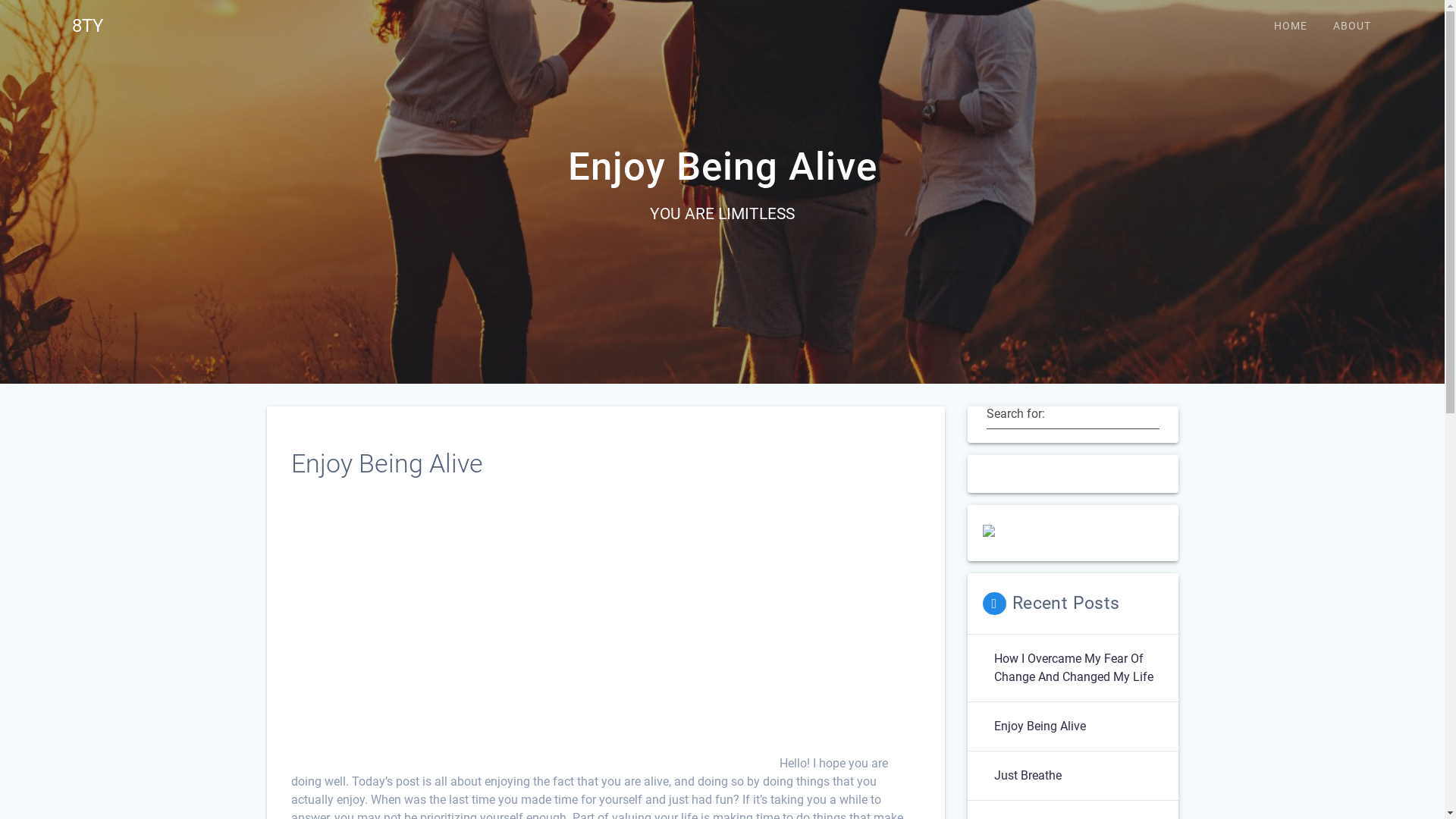 This screenshot has width=1456, height=819. Describe the element at coordinates (1351, 26) in the screenshot. I see `'ABOUT'` at that location.